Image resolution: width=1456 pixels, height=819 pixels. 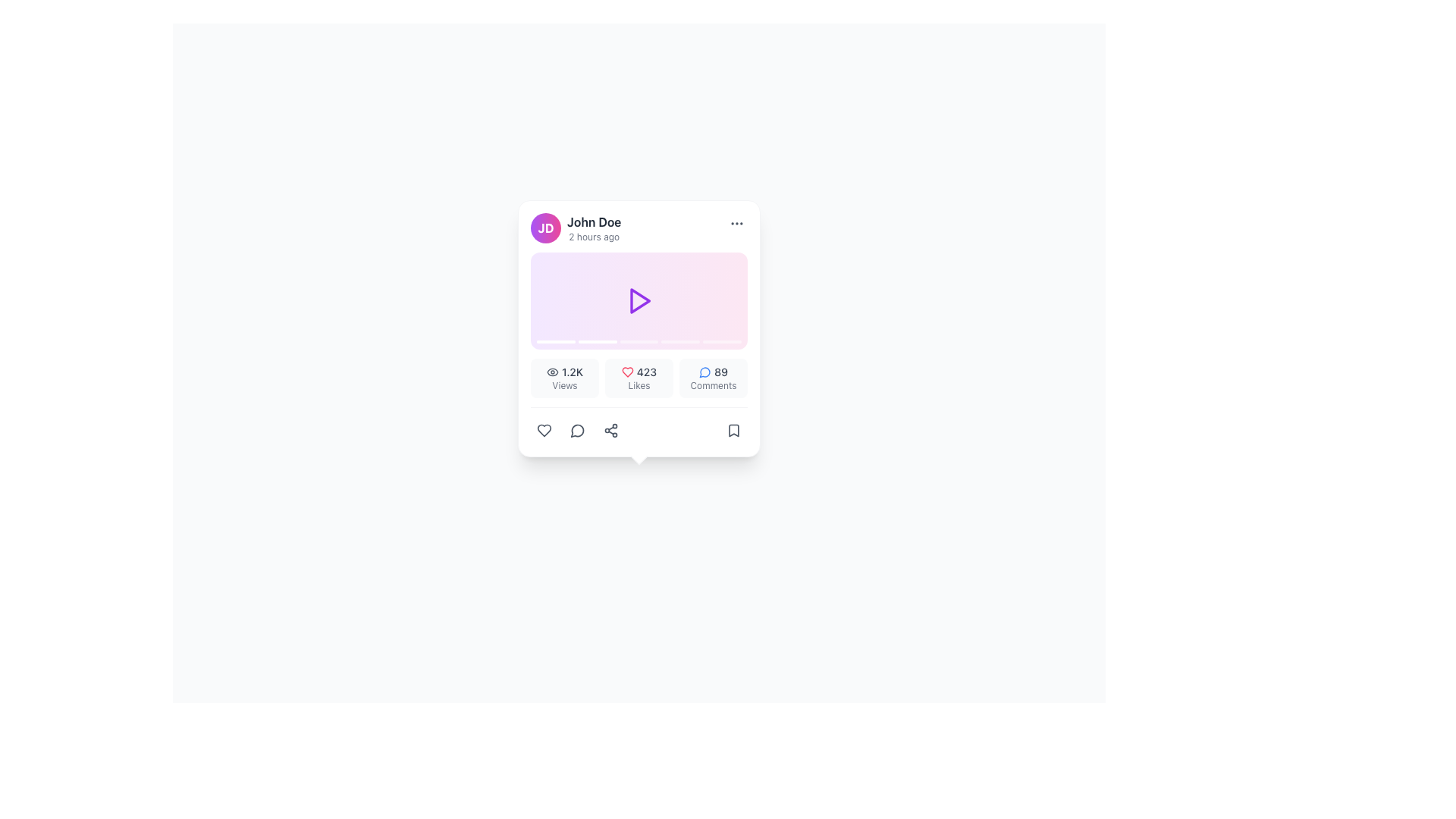 What do you see at coordinates (563, 377) in the screenshot?
I see `the static informational display showing the view count, located in the leftmost cell of a three-column grid at the bottom of a card-like structure` at bounding box center [563, 377].